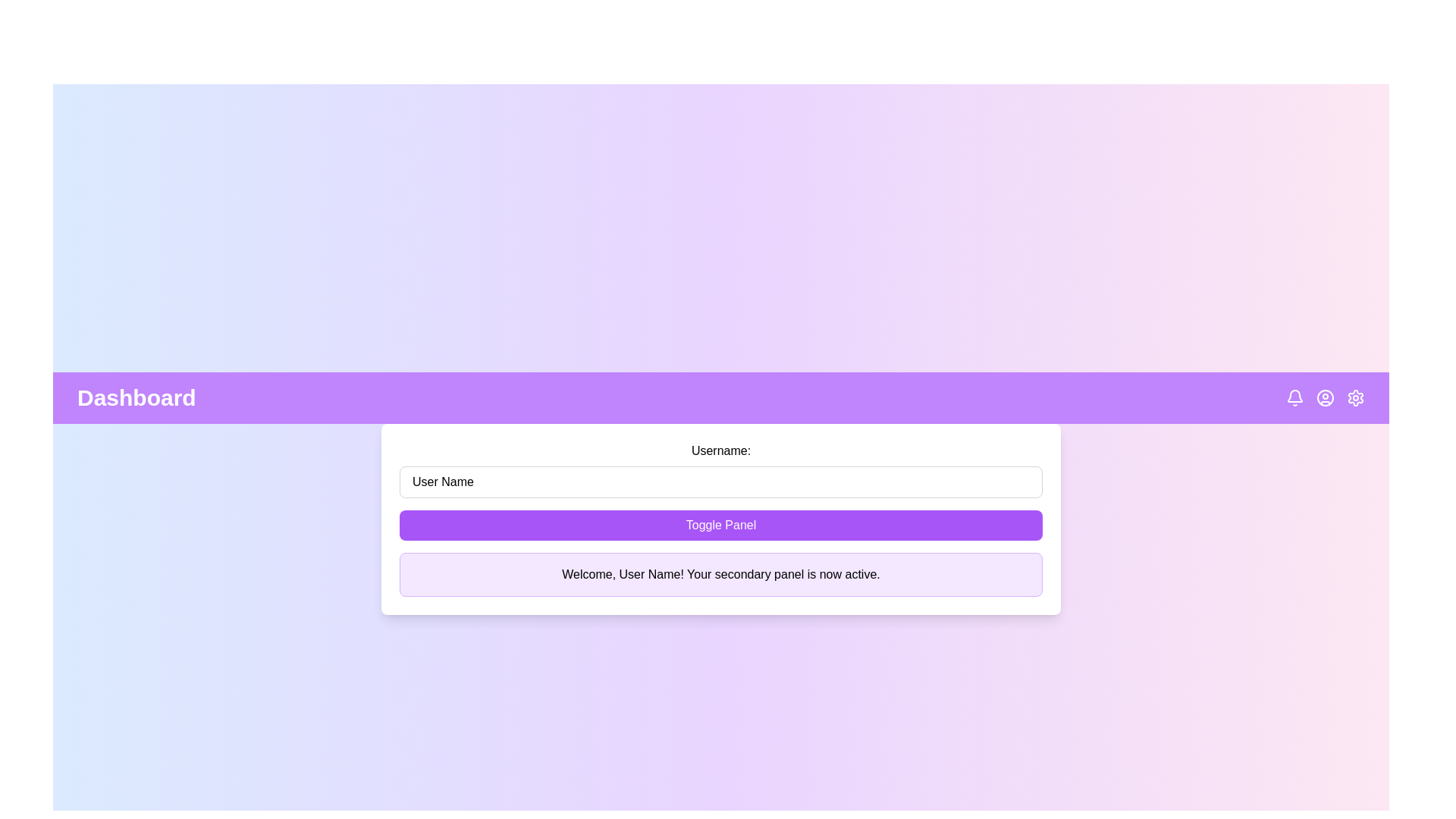 The width and height of the screenshot is (1456, 819). What do you see at coordinates (1356, 397) in the screenshot?
I see `the gear-shaped icon located at the top-right corner of the interface` at bounding box center [1356, 397].